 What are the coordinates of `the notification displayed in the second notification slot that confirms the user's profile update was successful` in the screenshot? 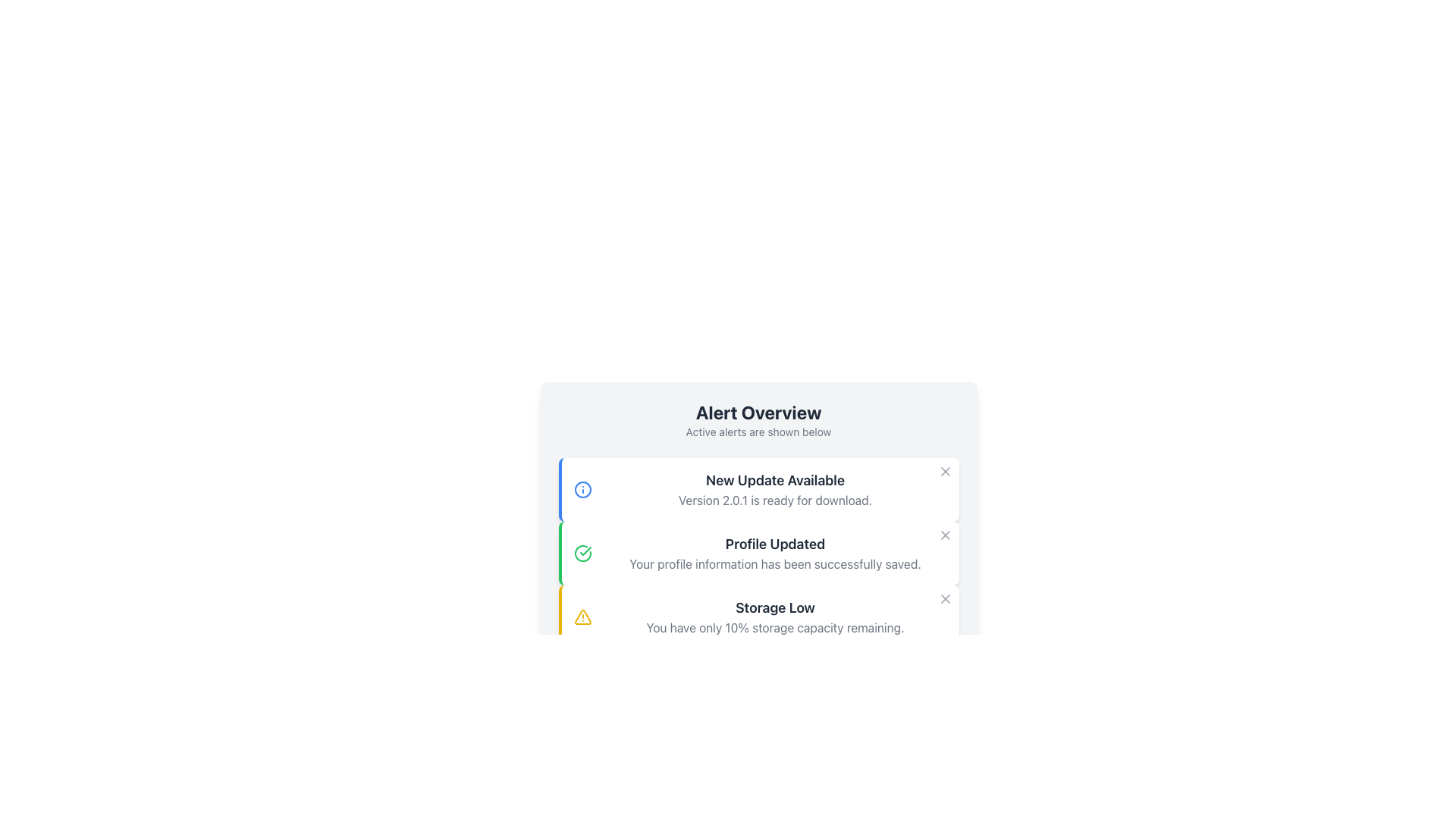 It's located at (775, 553).